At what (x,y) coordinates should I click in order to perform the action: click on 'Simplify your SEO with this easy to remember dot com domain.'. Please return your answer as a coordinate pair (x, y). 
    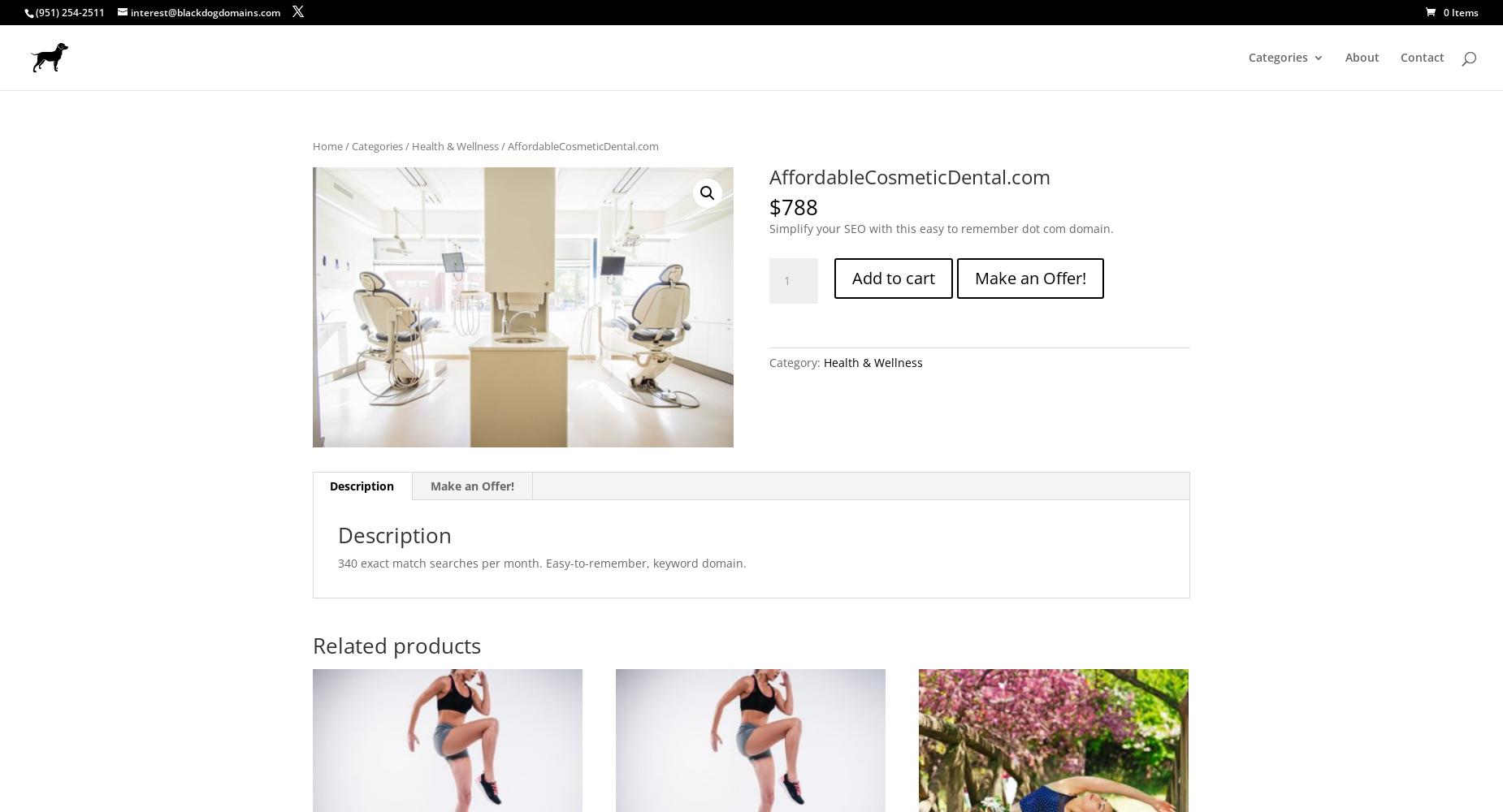
    Looking at the image, I should click on (768, 228).